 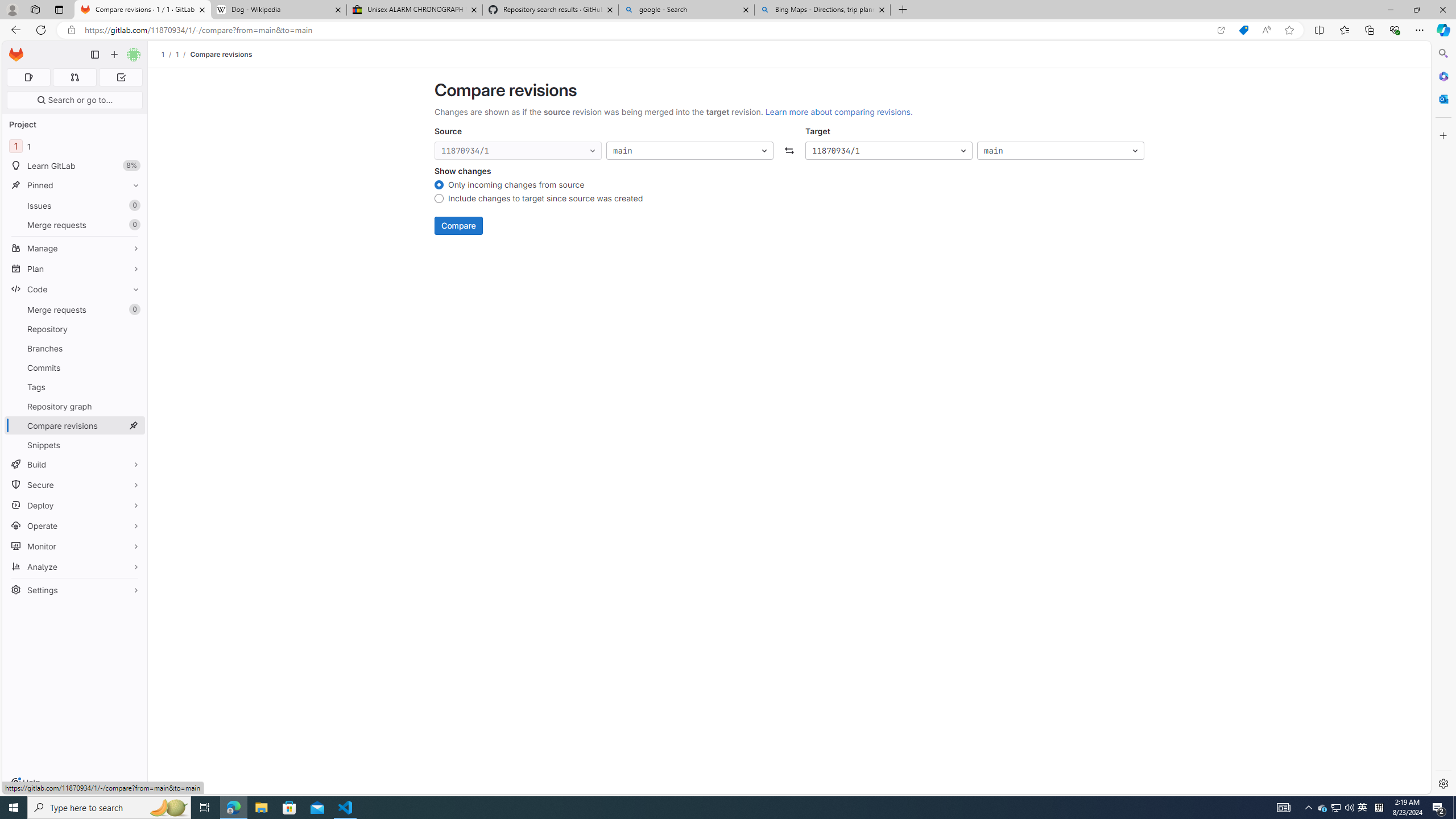 What do you see at coordinates (788, 150) in the screenshot?
I see `'Swap'` at bounding box center [788, 150].